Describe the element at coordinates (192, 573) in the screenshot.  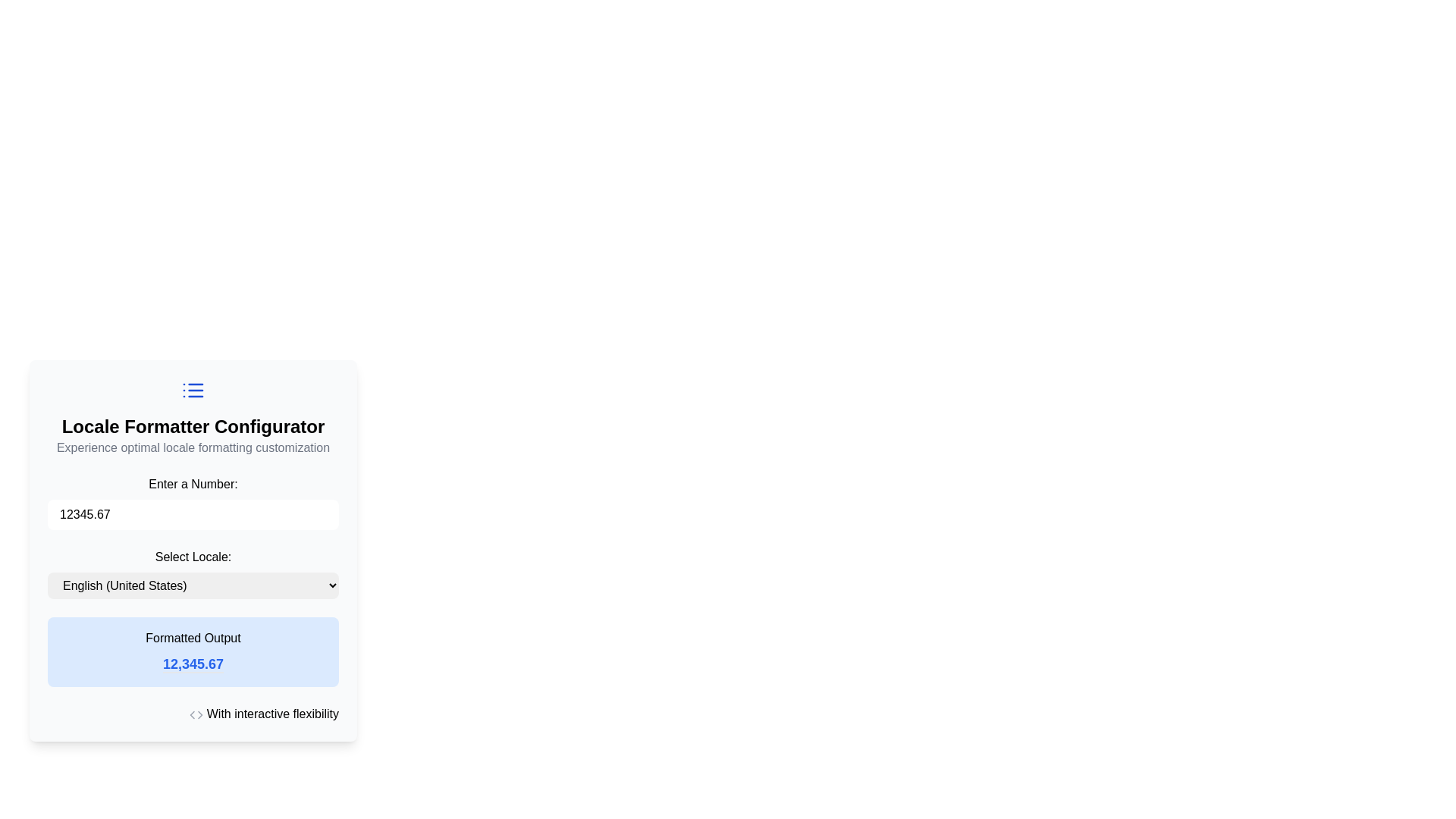
I see `an option from the dropdown menu labeled 'Select Locale:' which currently shows 'English (United States)'` at that location.